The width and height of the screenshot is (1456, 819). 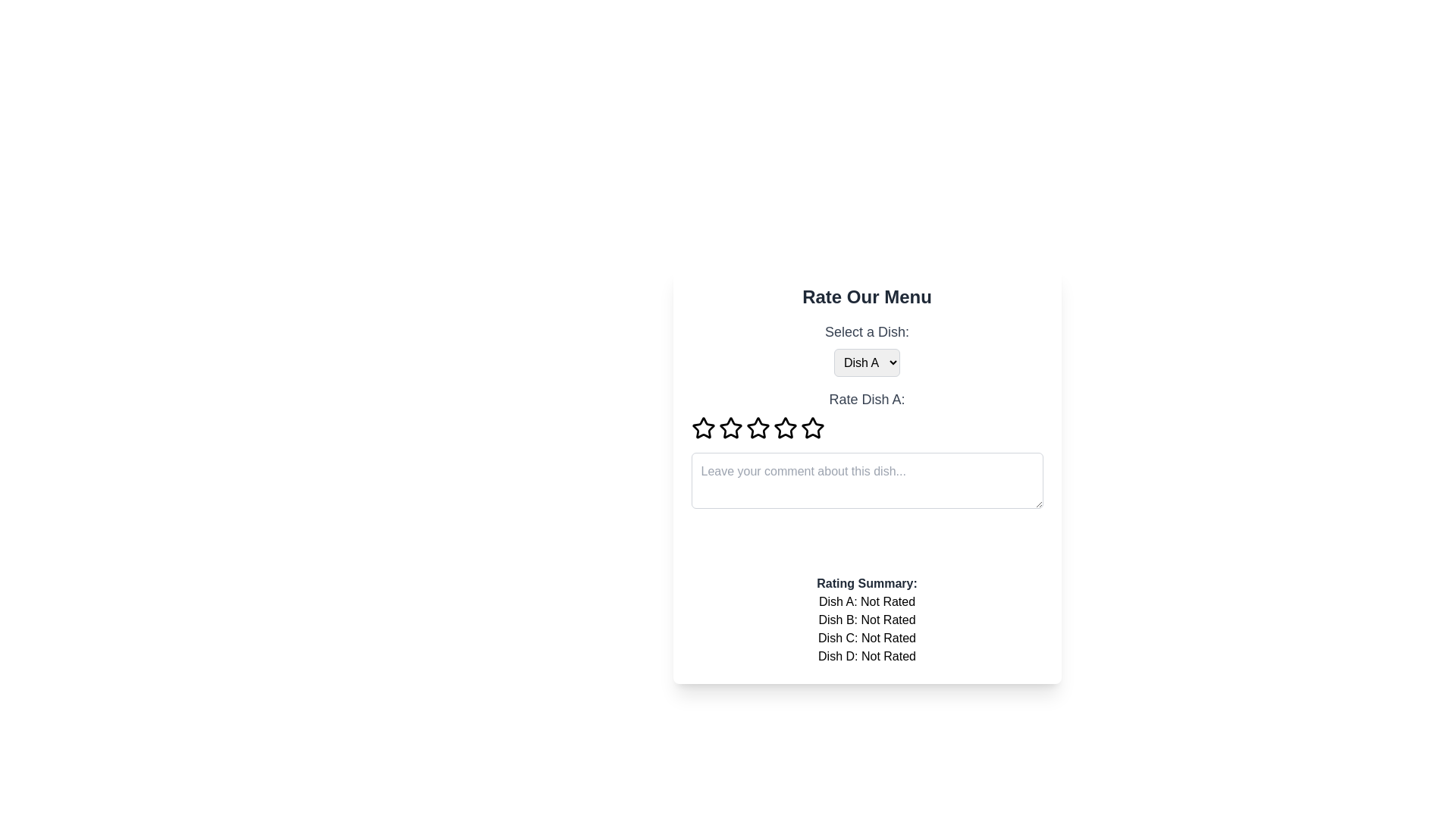 What do you see at coordinates (867, 620) in the screenshot?
I see `the text label that indicates the rating status of Dish B, which is the second item in a vertical list under the 'Rating Summary:' heading` at bounding box center [867, 620].